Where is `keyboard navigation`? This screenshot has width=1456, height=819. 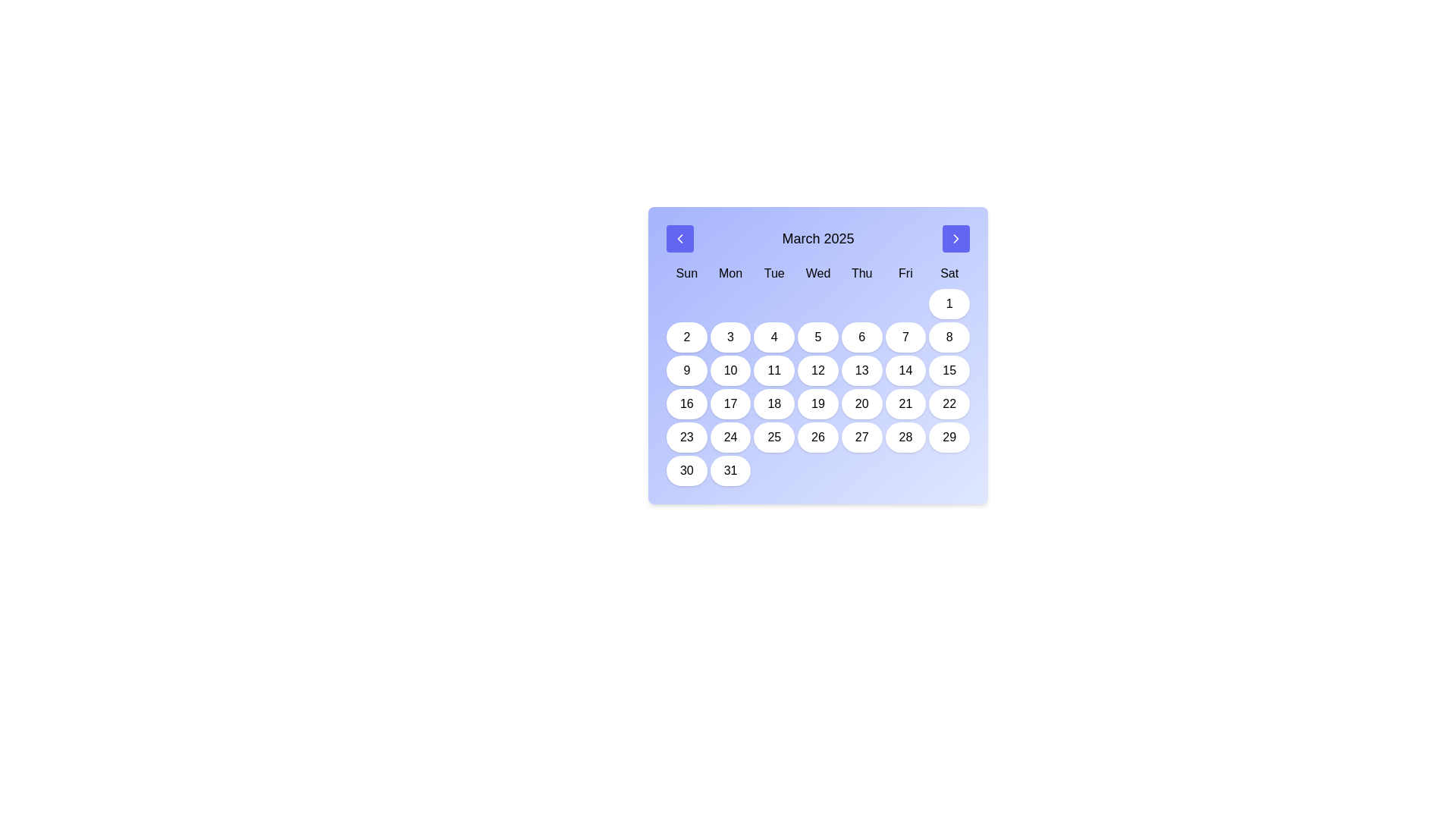 keyboard navigation is located at coordinates (679, 239).